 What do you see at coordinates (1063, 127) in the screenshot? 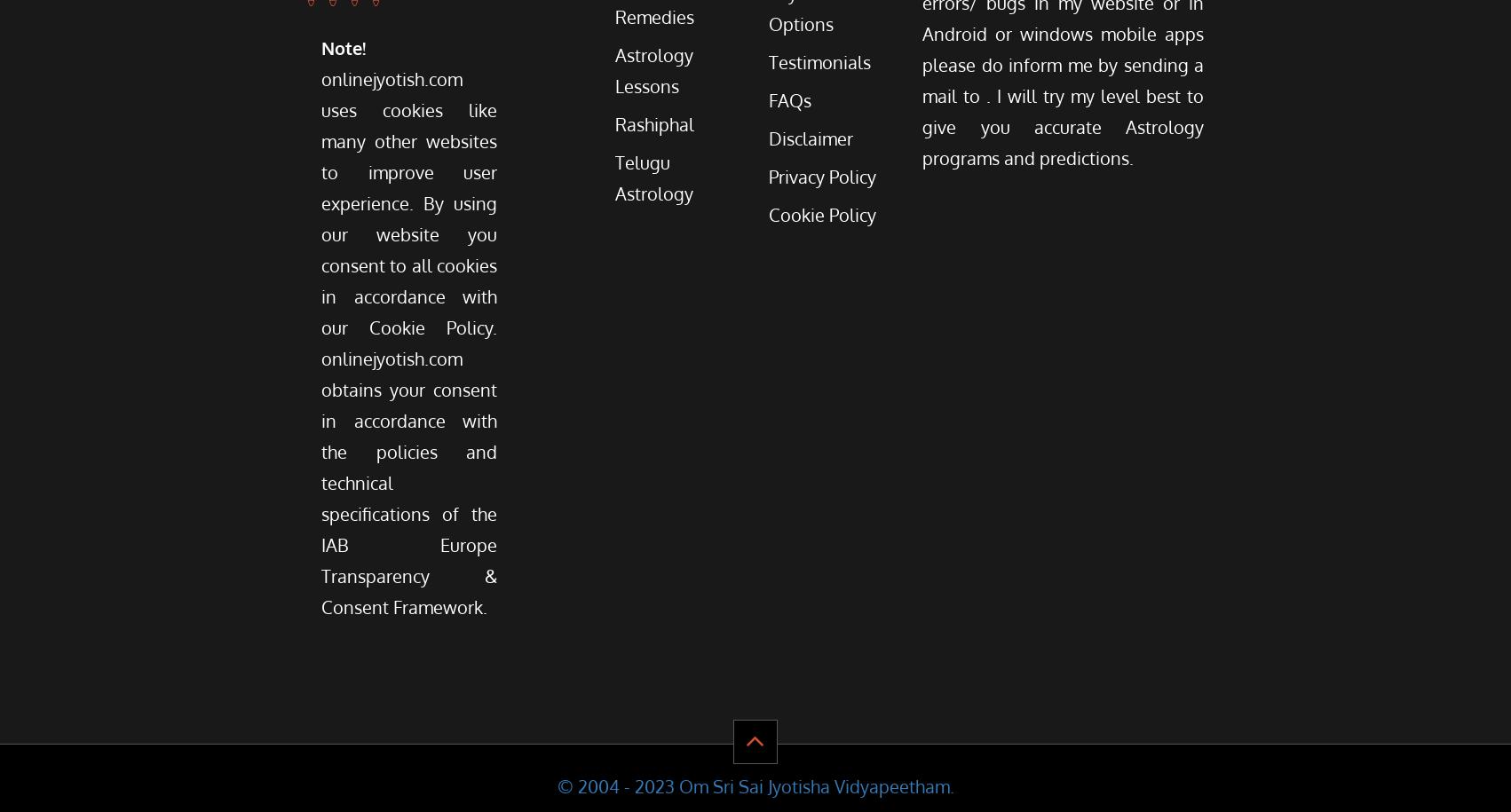
I see `'. I will try my level best to give you accurate Astrology programs and predictions.'` at bounding box center [1063, 127].